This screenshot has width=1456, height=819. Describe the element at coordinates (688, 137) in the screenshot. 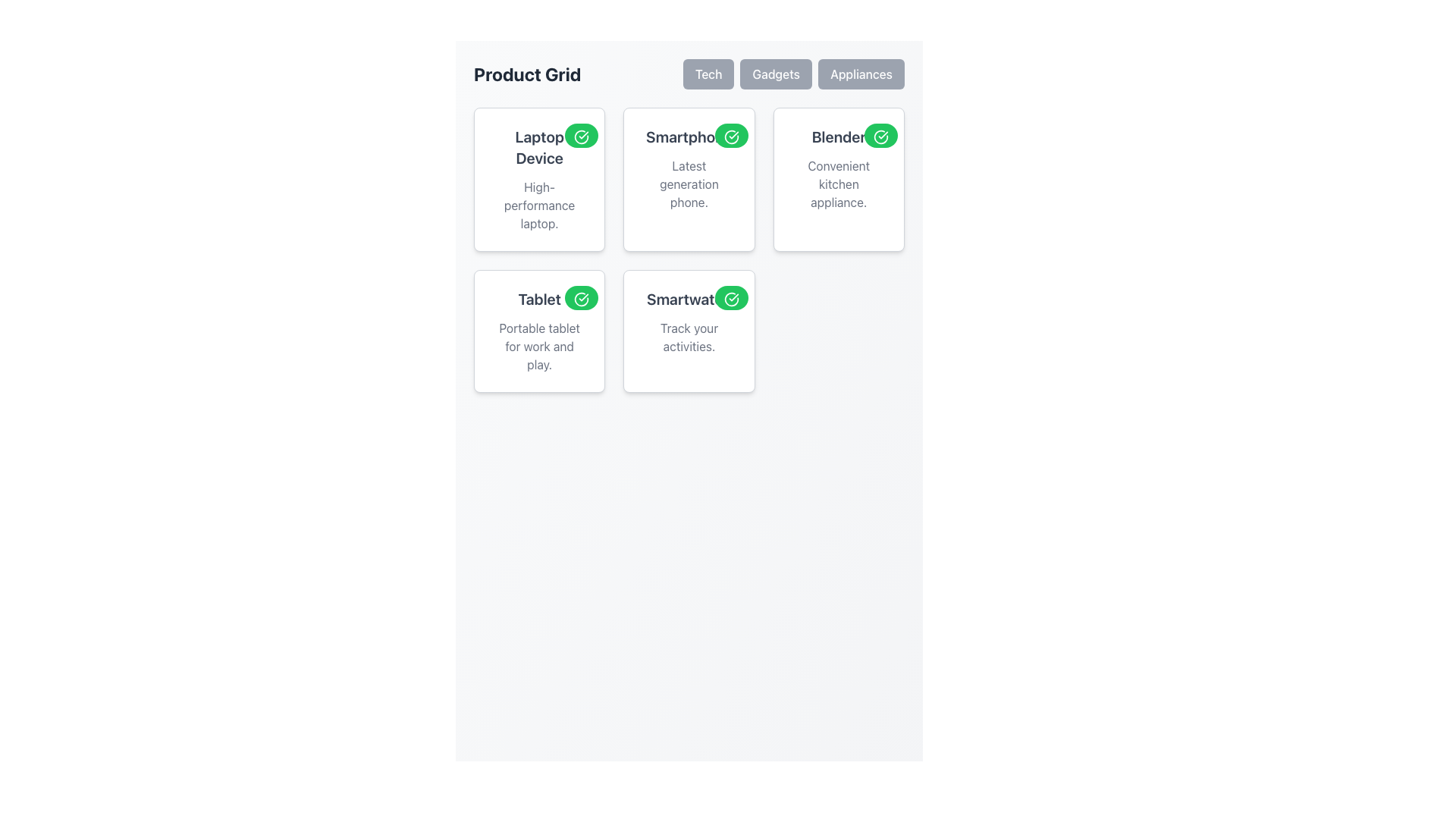

I see `product title text label located at the top of the second card in the first row of the grid layout` at that location.